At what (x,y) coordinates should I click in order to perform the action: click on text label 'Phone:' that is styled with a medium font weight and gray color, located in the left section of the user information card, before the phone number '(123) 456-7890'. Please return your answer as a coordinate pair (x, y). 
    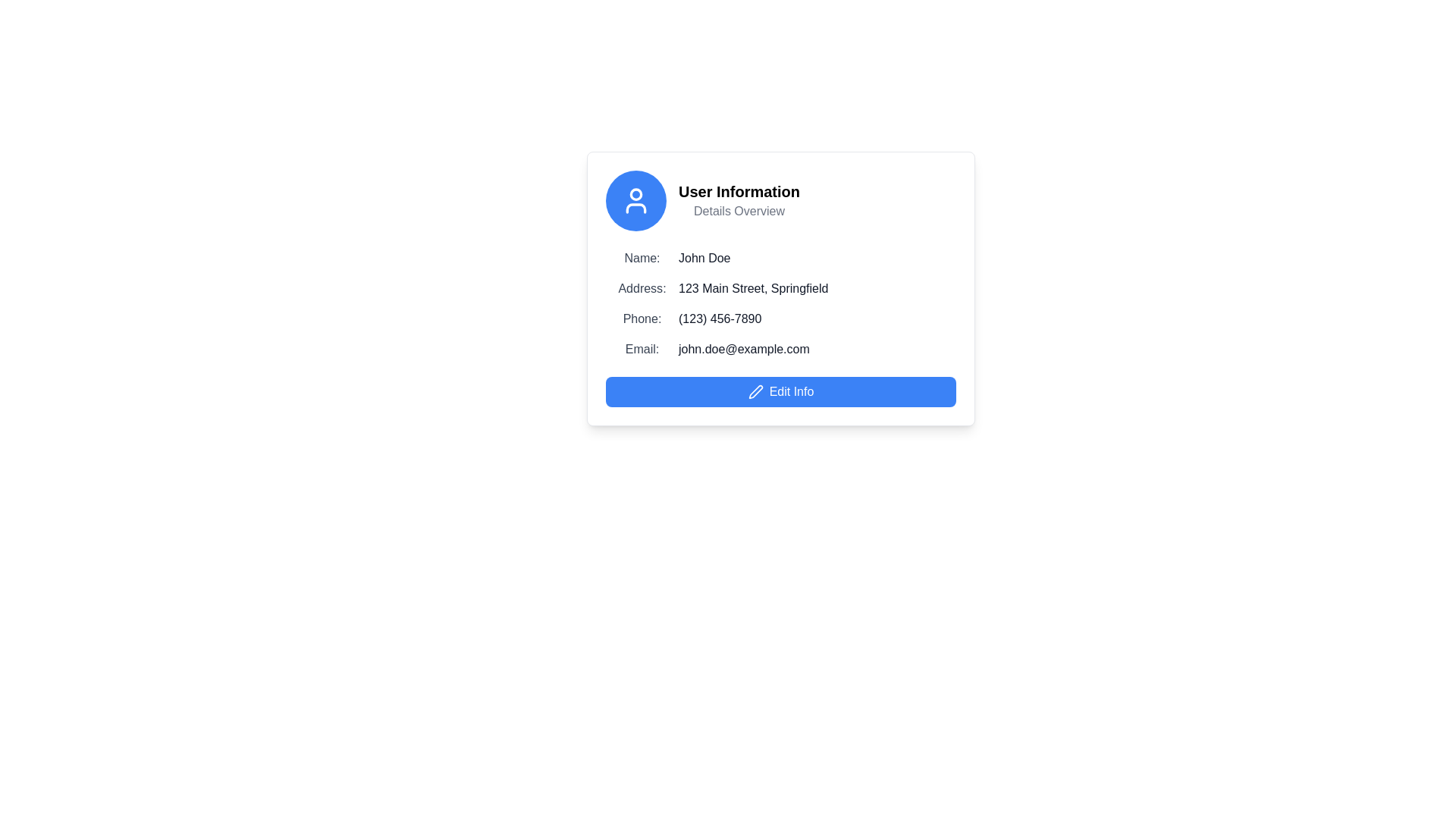
    Looking at the image, I should click on (642, 318).